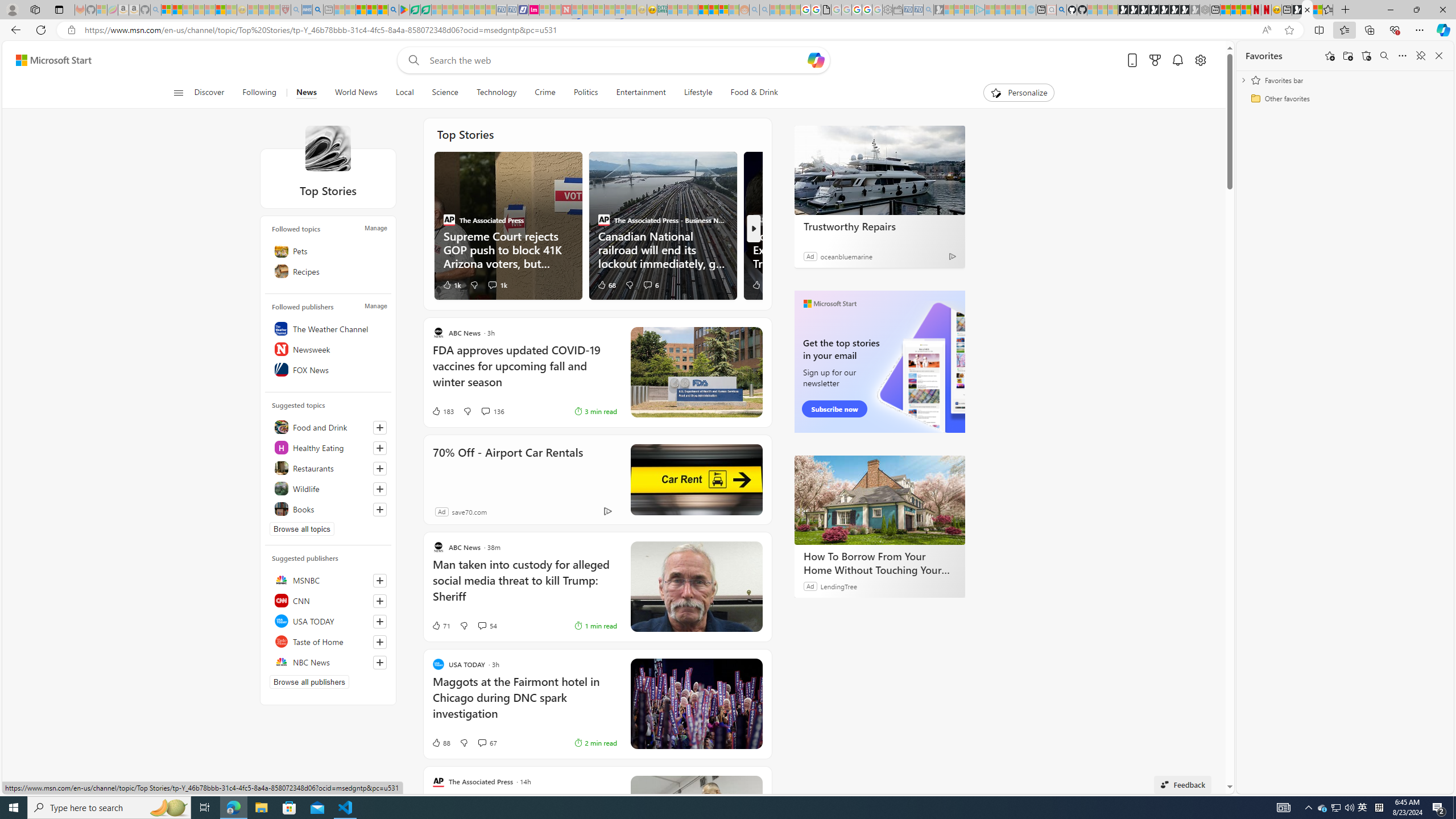 This screenshot has width=1456, height=819. What do you see at coordinates (647, 284) in the screenshot?
I see `'View comments 6 Comment'` at bounding box center [647, 284].